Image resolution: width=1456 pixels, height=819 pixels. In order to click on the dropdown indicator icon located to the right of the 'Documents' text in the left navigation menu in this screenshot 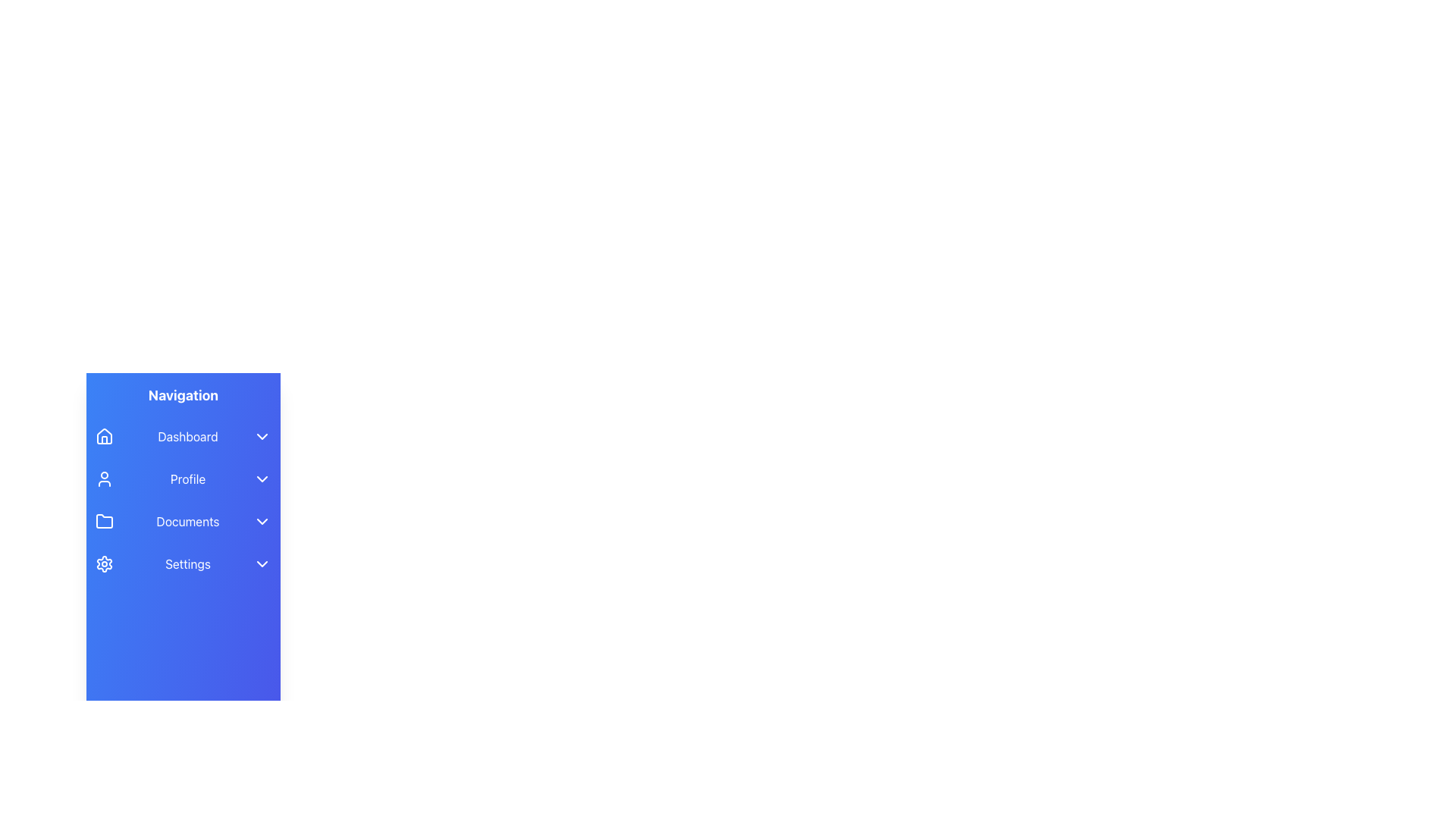, I will do `click(262, 520)`.